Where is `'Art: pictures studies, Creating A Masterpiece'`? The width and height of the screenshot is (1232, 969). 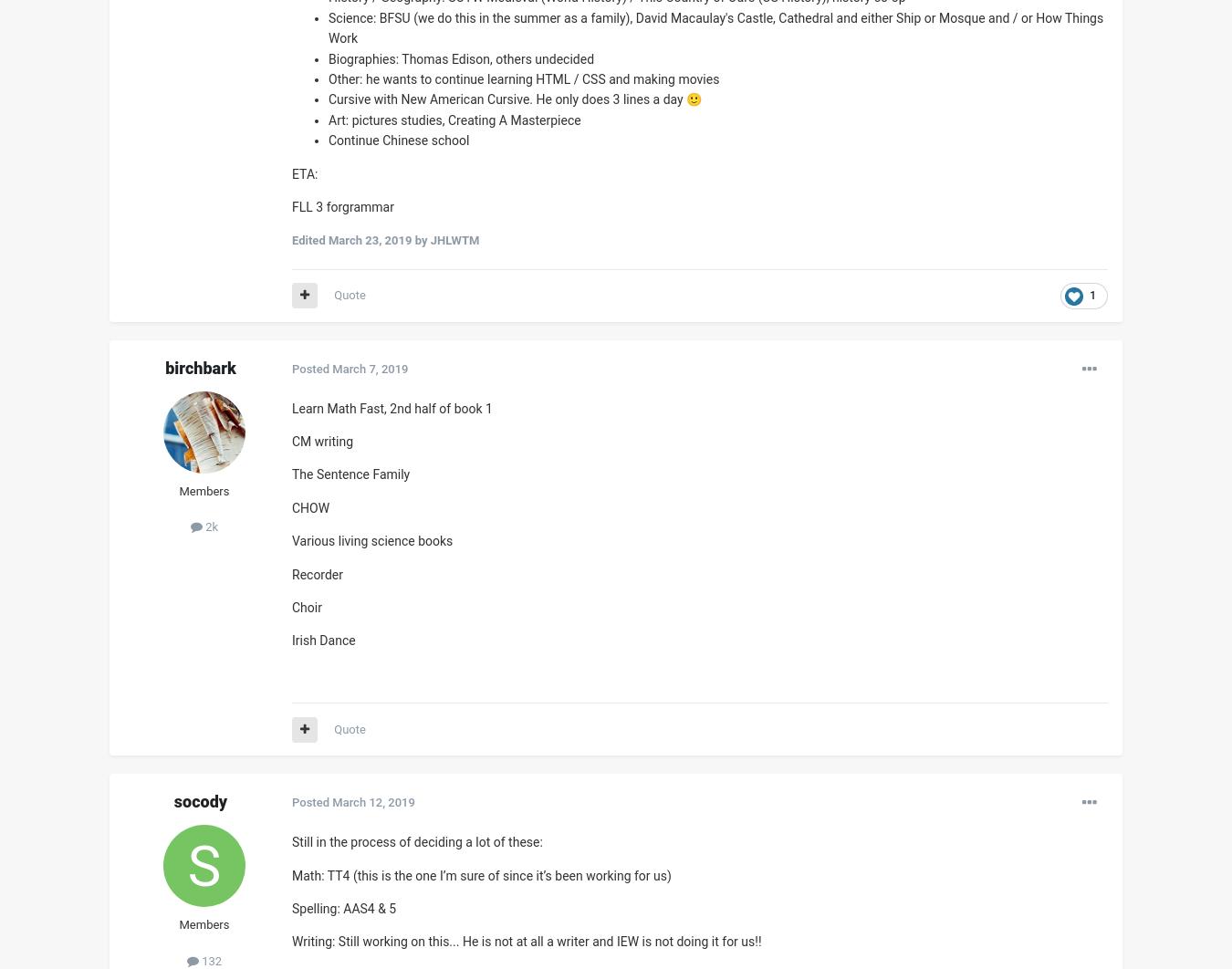
'Art: pictures studies, Creating A Masterpiece' is located at coordinates (329, 120).